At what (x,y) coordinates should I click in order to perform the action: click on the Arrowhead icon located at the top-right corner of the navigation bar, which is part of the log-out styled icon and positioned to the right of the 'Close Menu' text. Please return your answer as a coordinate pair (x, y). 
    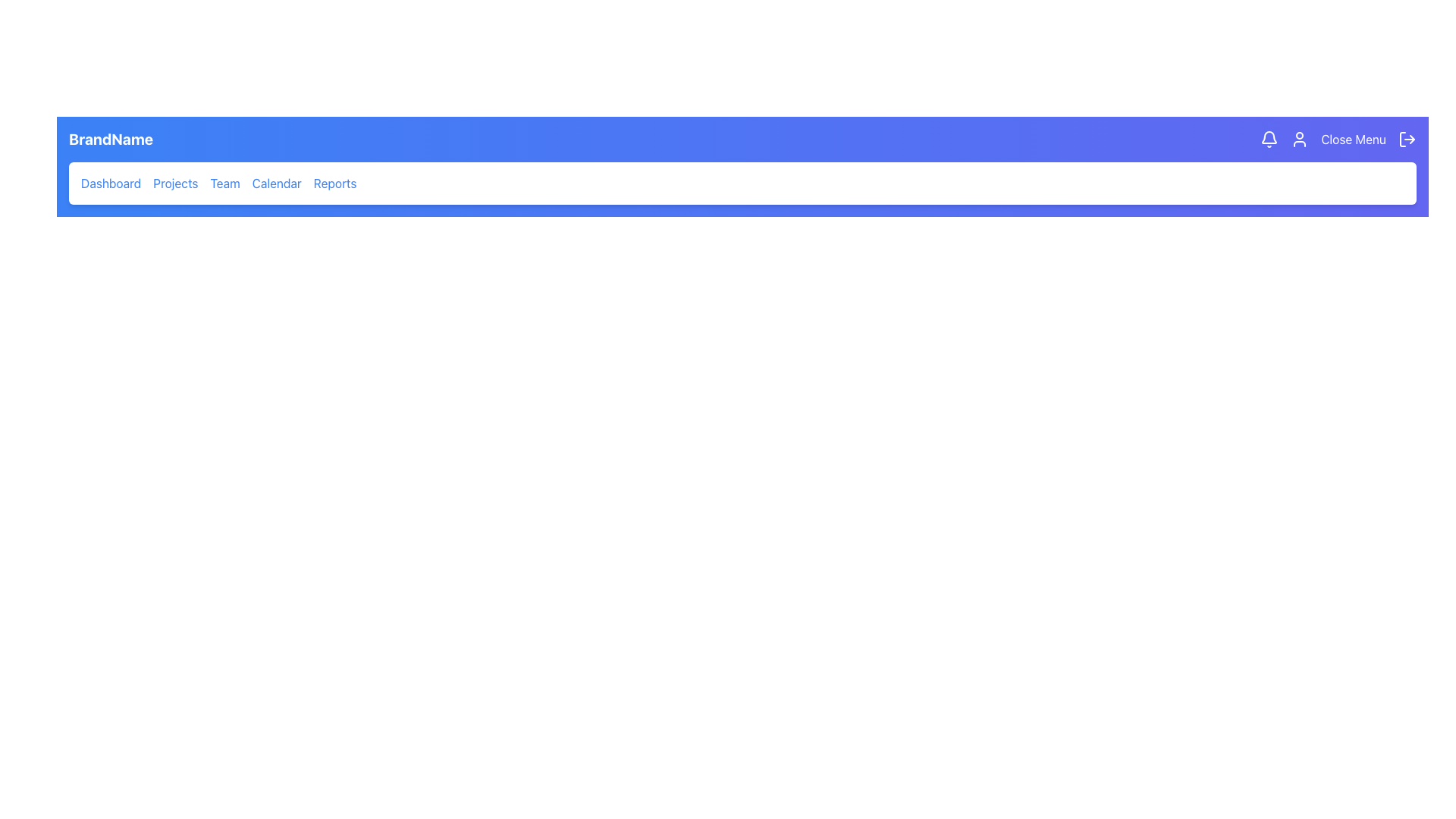
    Looking at the image, I should click on (1411, 140).